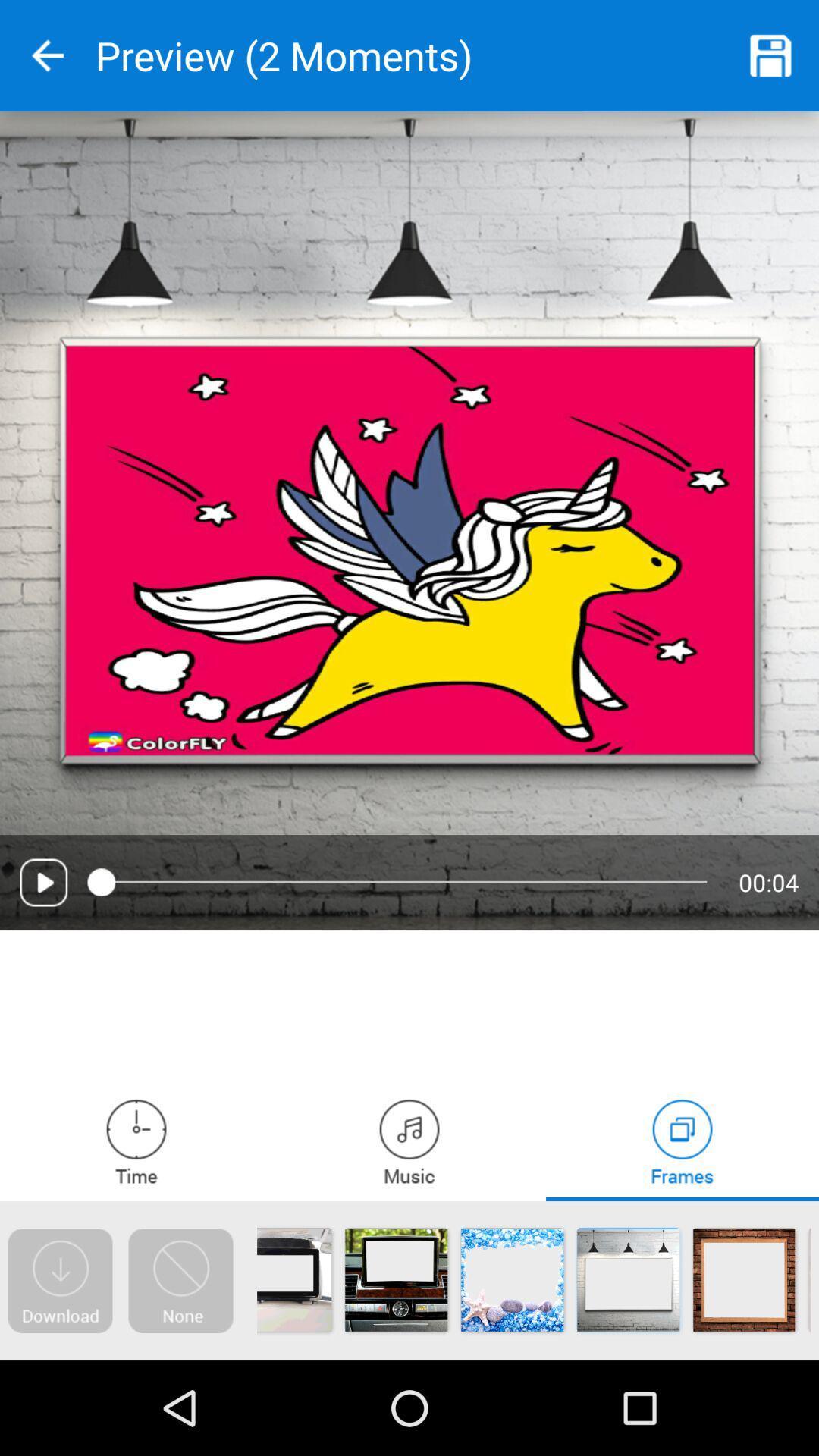 This screenshot has width=819, height=1456. I want to click on icon on the left, so click(42, 882).